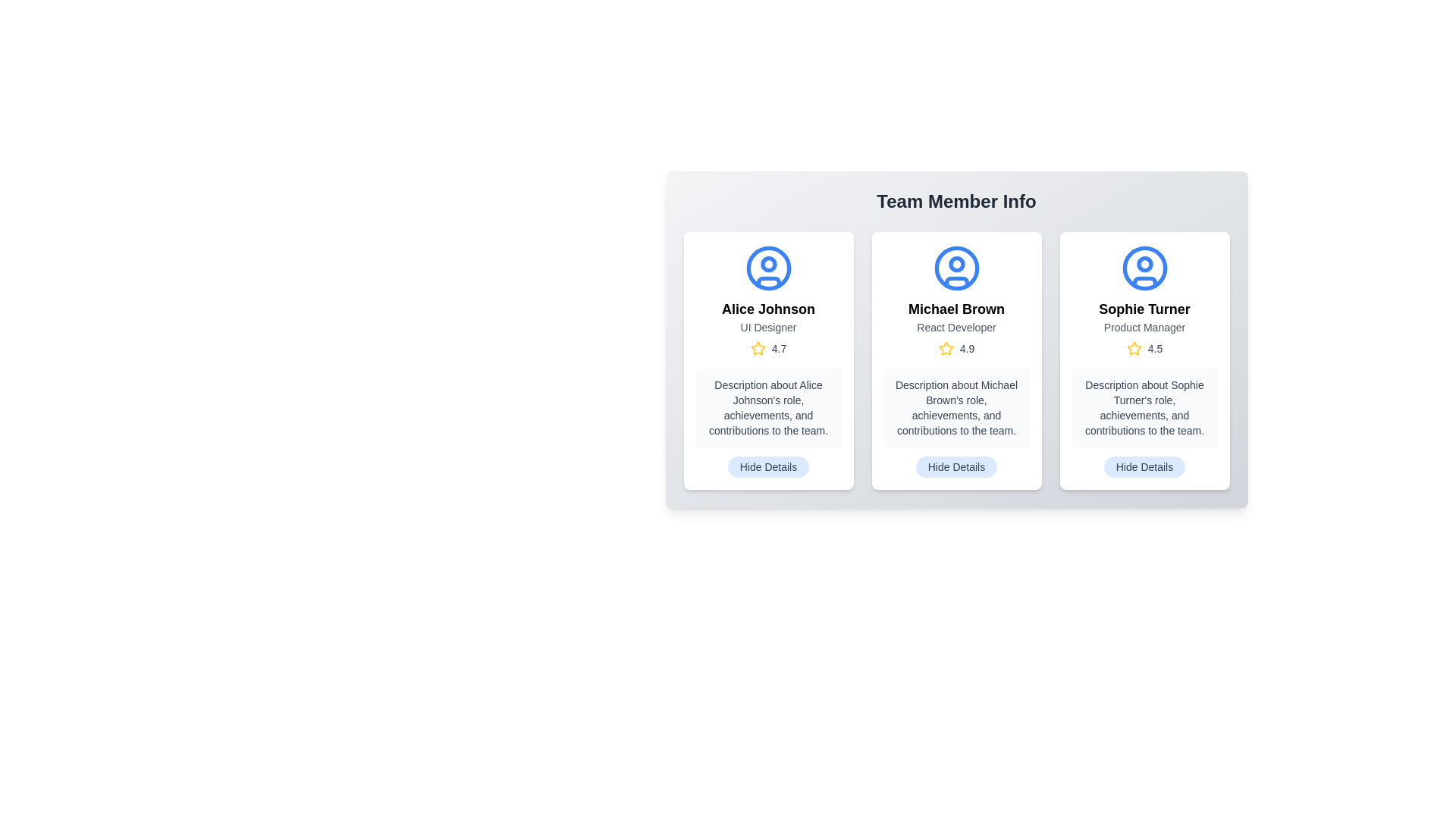 This screenshot has height=819, width=1456. What do you see at coordinates (768, 263) in the screenshot?
I see `the decorative graphical element within the avatar icon of the card representing 'Alice Johnson - UI Designer', located at the top center of the card` at bounding box center [768, 263].